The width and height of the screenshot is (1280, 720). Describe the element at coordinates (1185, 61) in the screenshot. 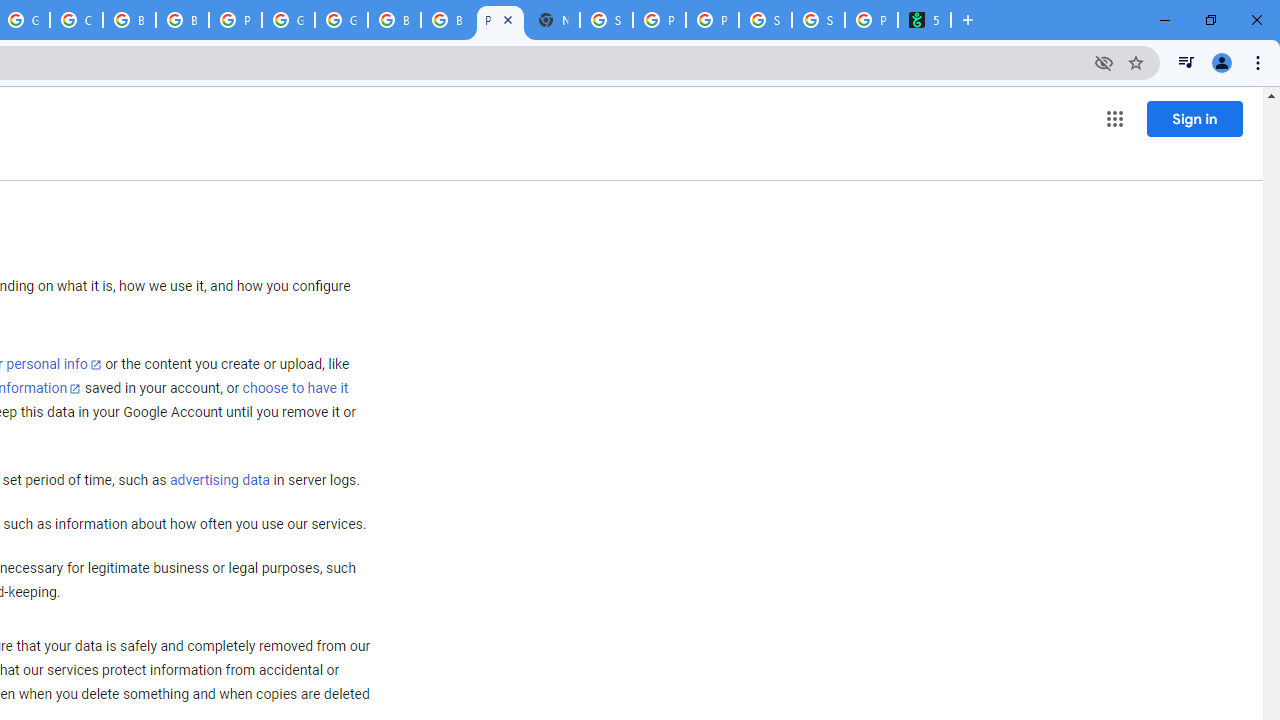

I see `'Control your music, videos, and more'` at that location.